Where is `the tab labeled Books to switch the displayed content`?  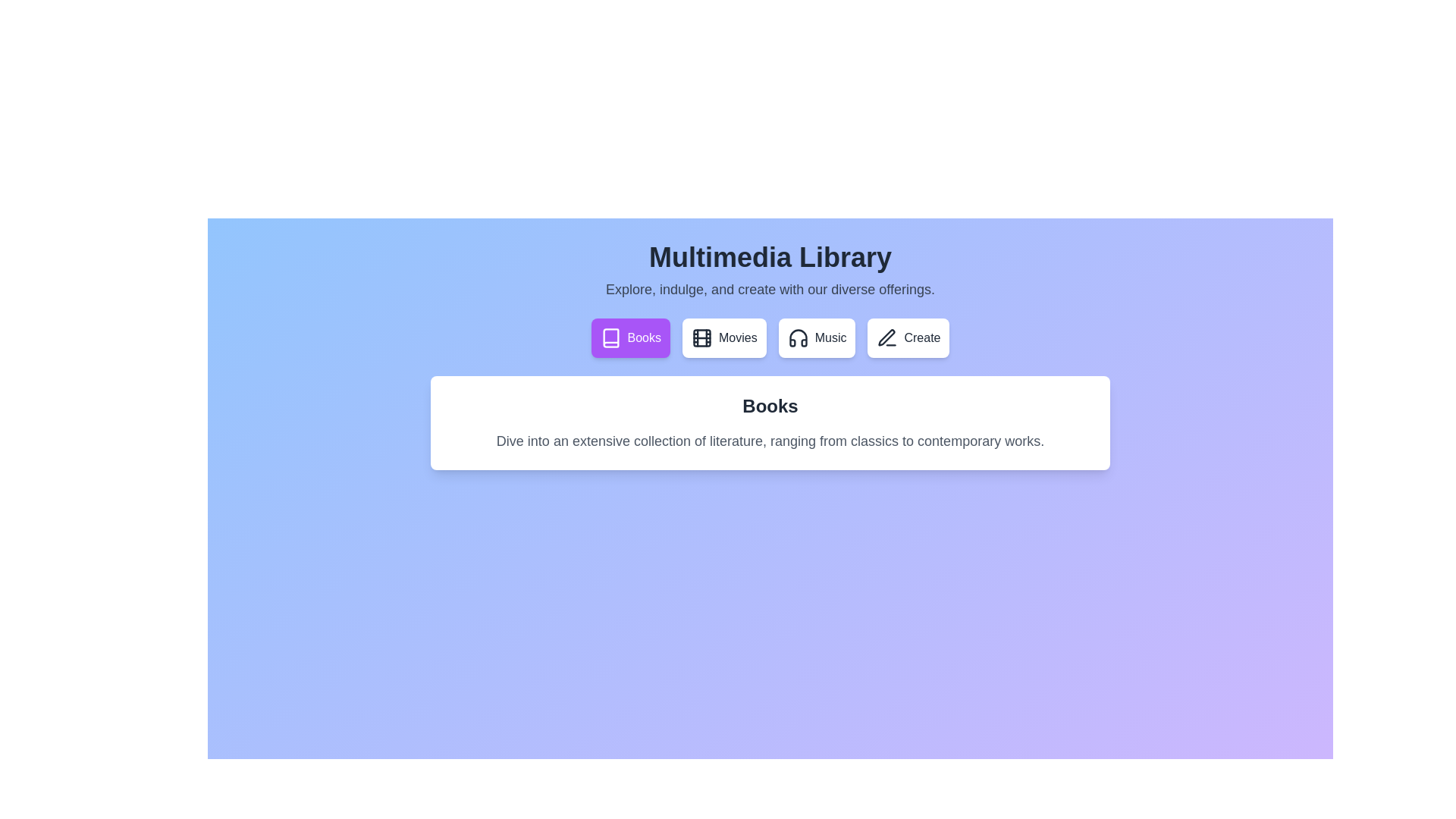 the tab labeled Books to switch the displayed content is located at coordinates (630, 337).